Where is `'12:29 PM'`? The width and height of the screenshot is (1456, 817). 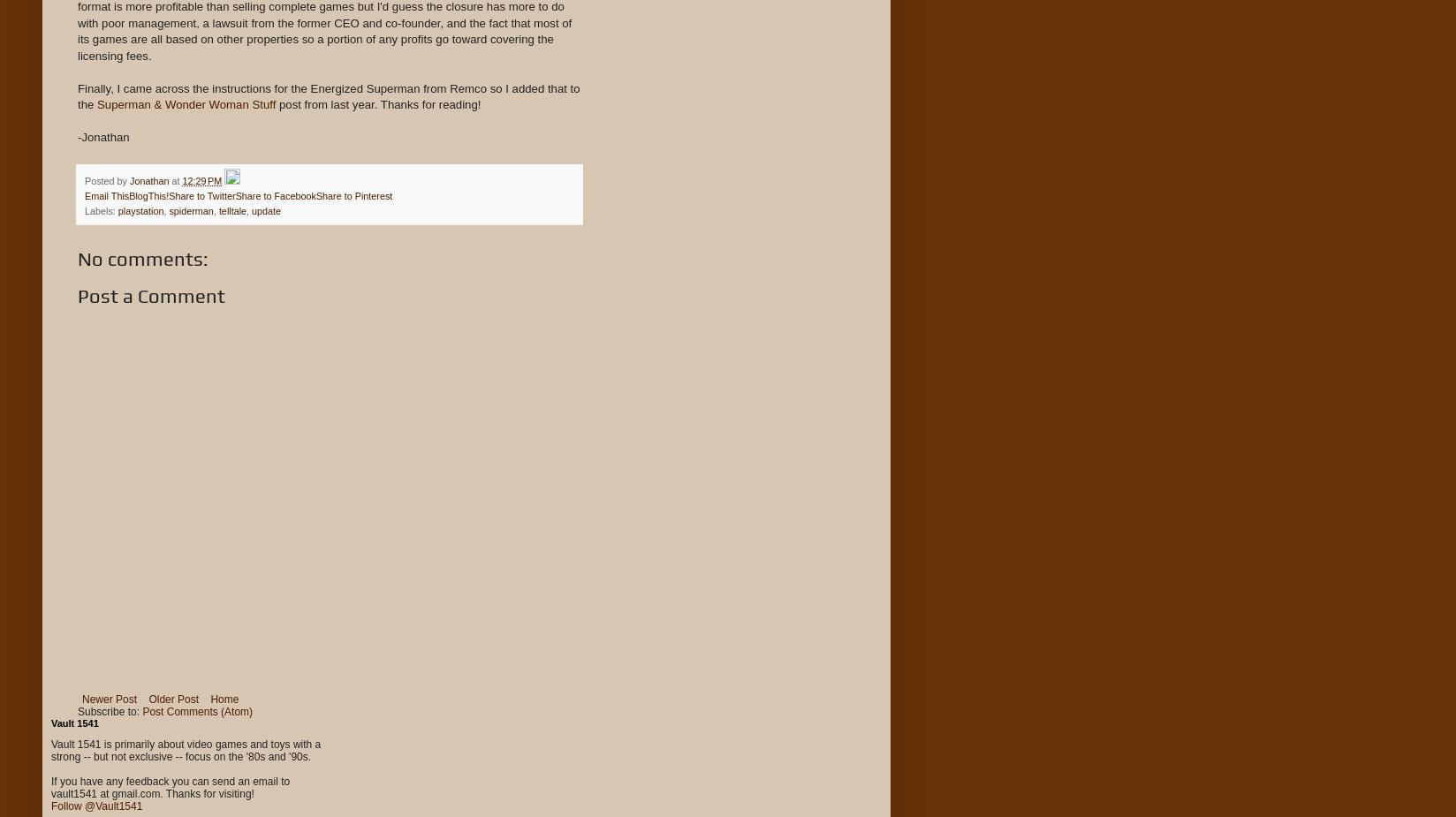 '12:29 PM' is located at coordinates (201, 178).